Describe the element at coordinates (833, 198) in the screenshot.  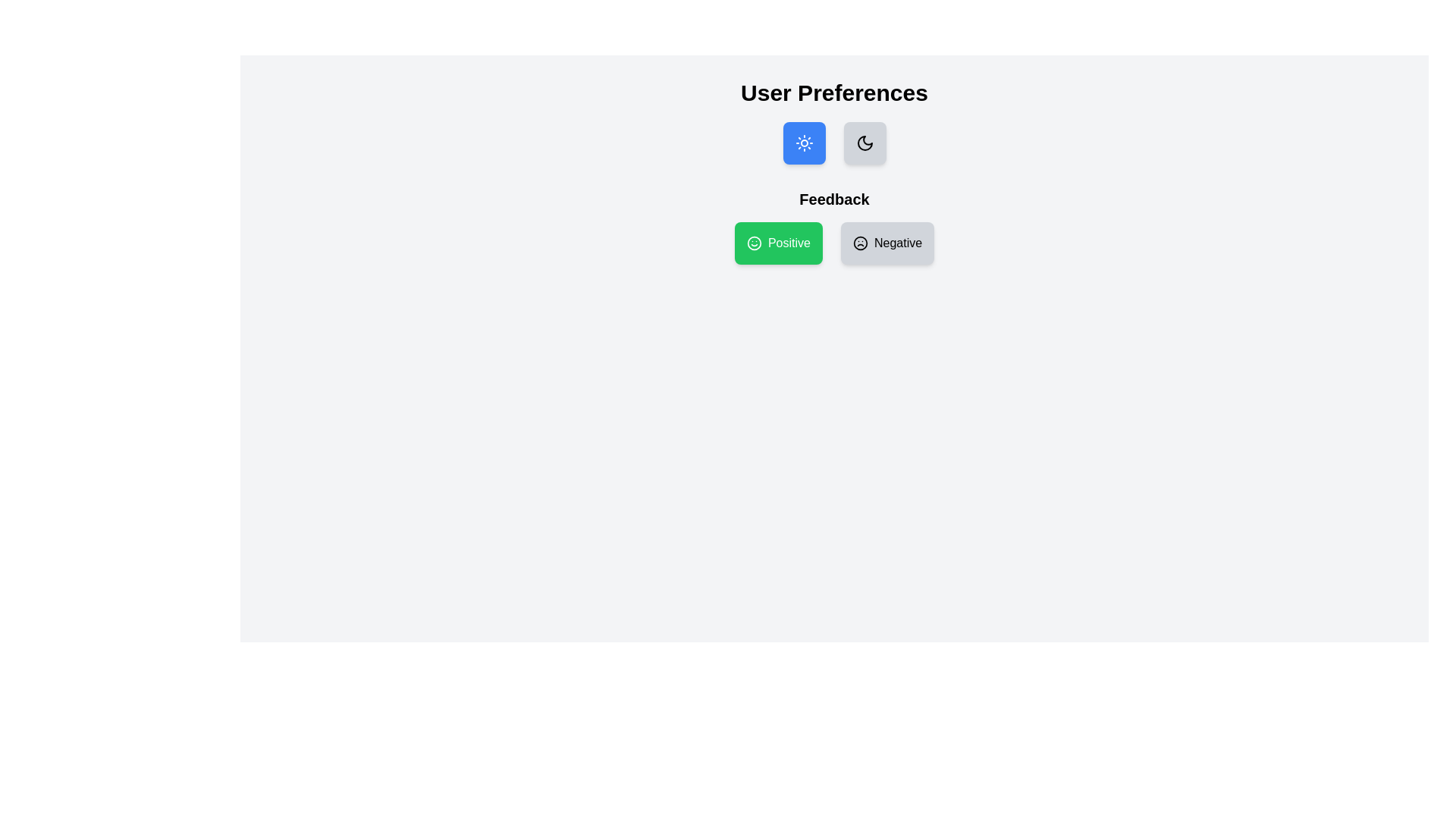
I see `the Text Label that introduces the user to the feedback section, positioned below 'User Preferences' and above the 'Positive' and 'Negative' buttons` at that location.